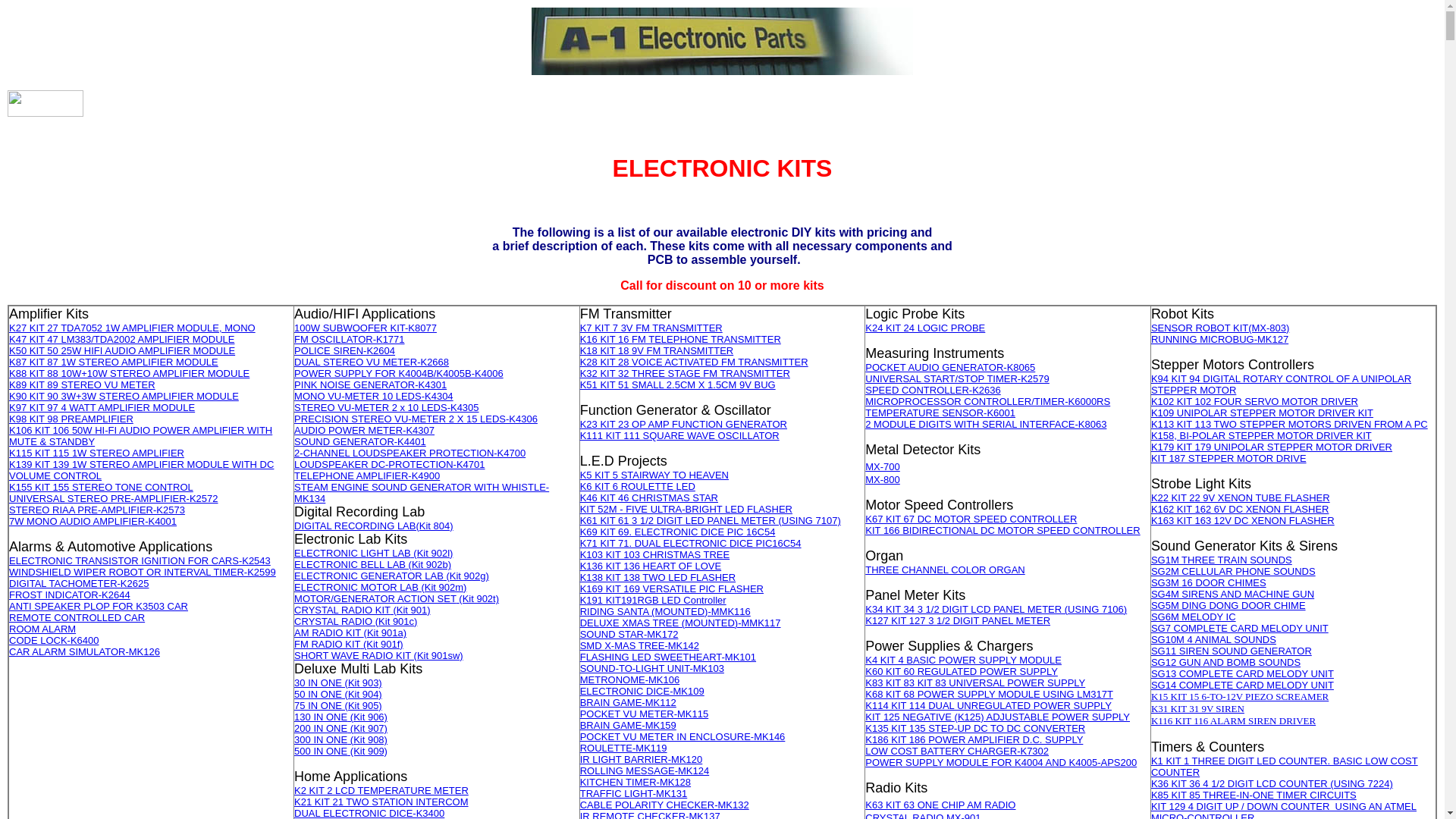 The width and height of the screenshot is (1456, 819). I want to click on 'TRAFFIC LIGHT-MK131', so click(633, 792).